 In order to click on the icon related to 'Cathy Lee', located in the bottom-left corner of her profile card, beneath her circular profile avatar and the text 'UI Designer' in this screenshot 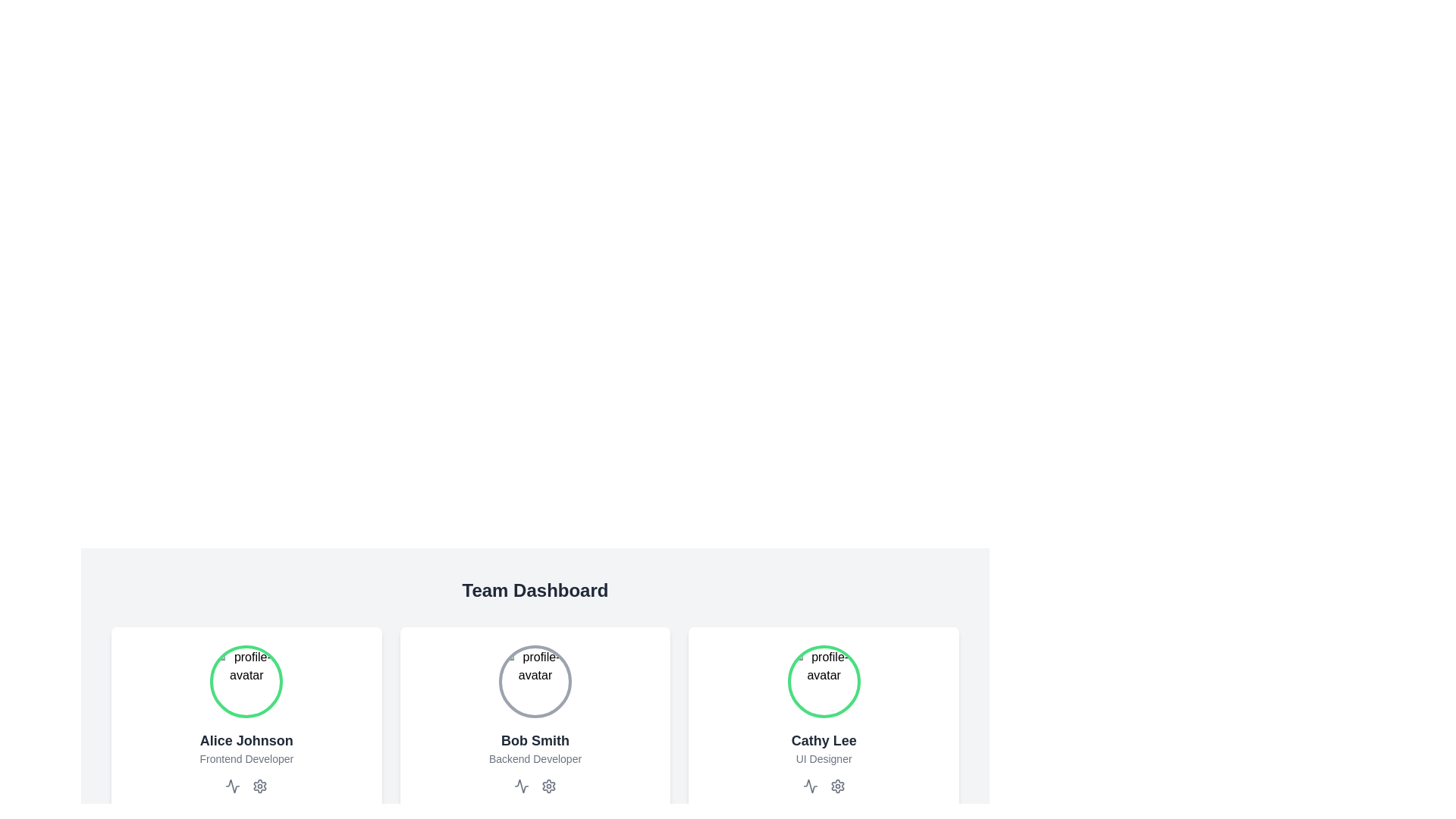, I will do `click(809, 786)`.